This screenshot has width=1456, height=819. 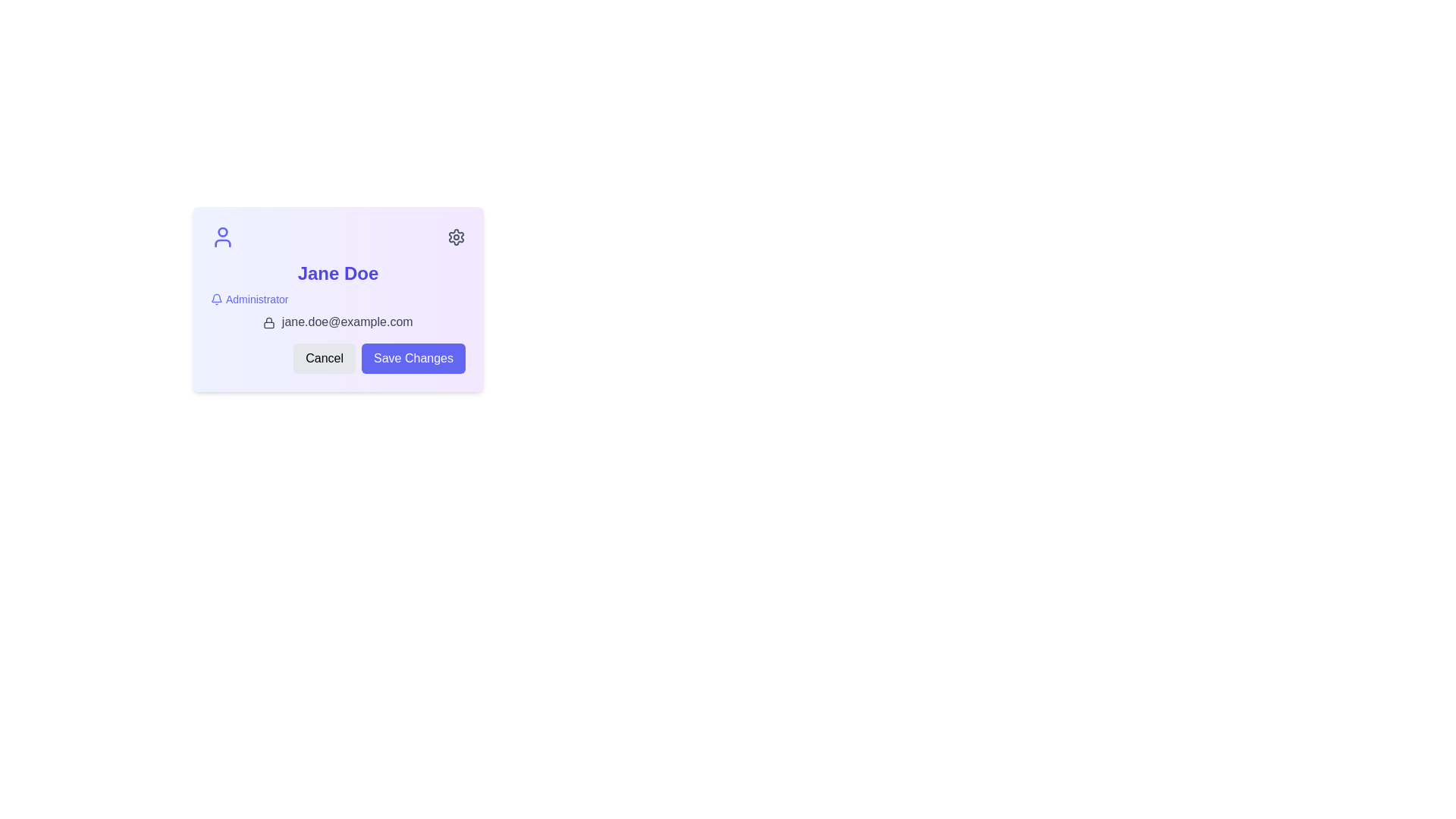 I want to click on the gear-shaped settings icon located in the upper-right corner of the settings interface, so click(x=455, y=237).